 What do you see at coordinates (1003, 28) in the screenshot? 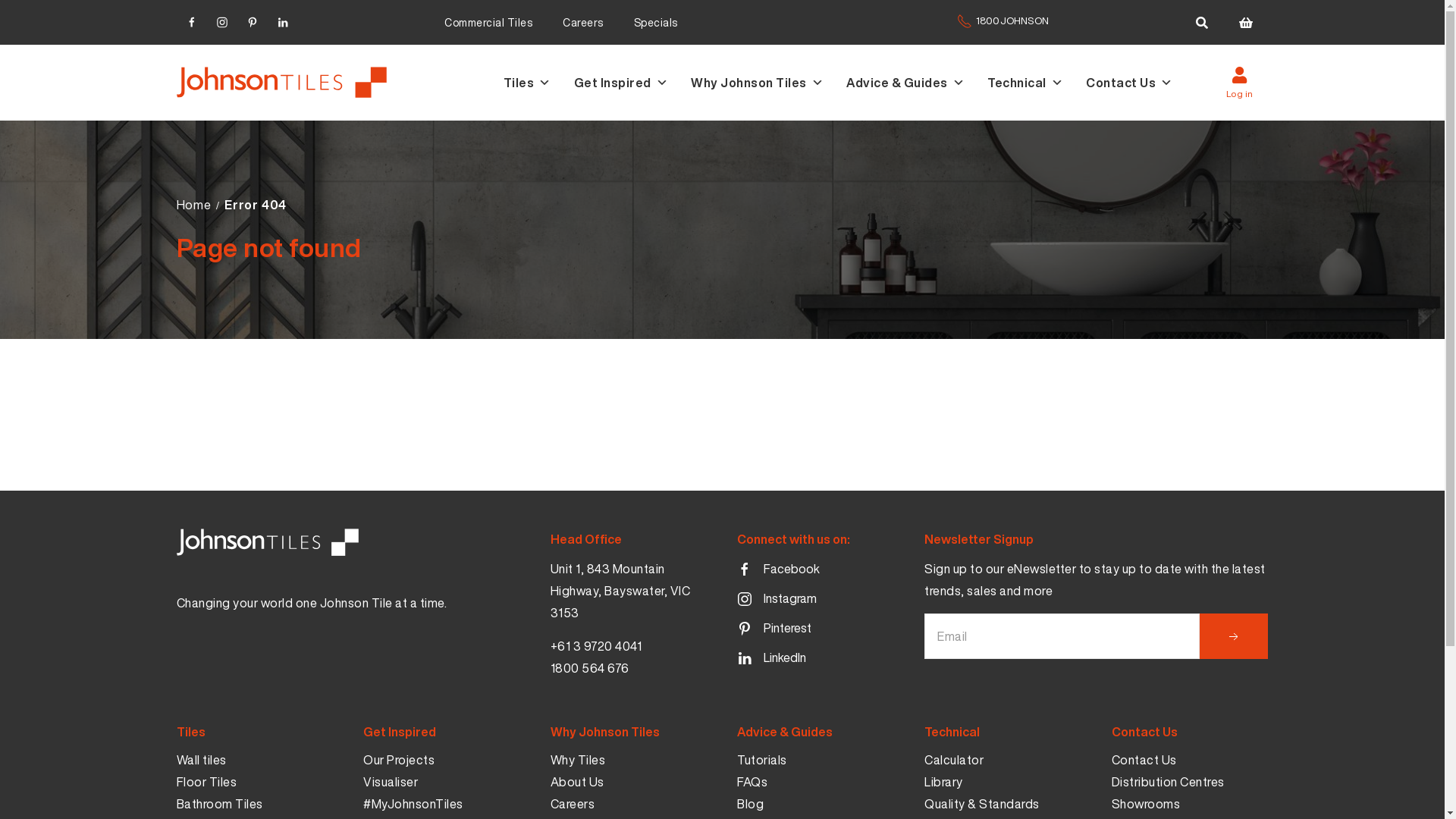
I see `'1800JOHNSON'` at bounding box center [1003, 28].